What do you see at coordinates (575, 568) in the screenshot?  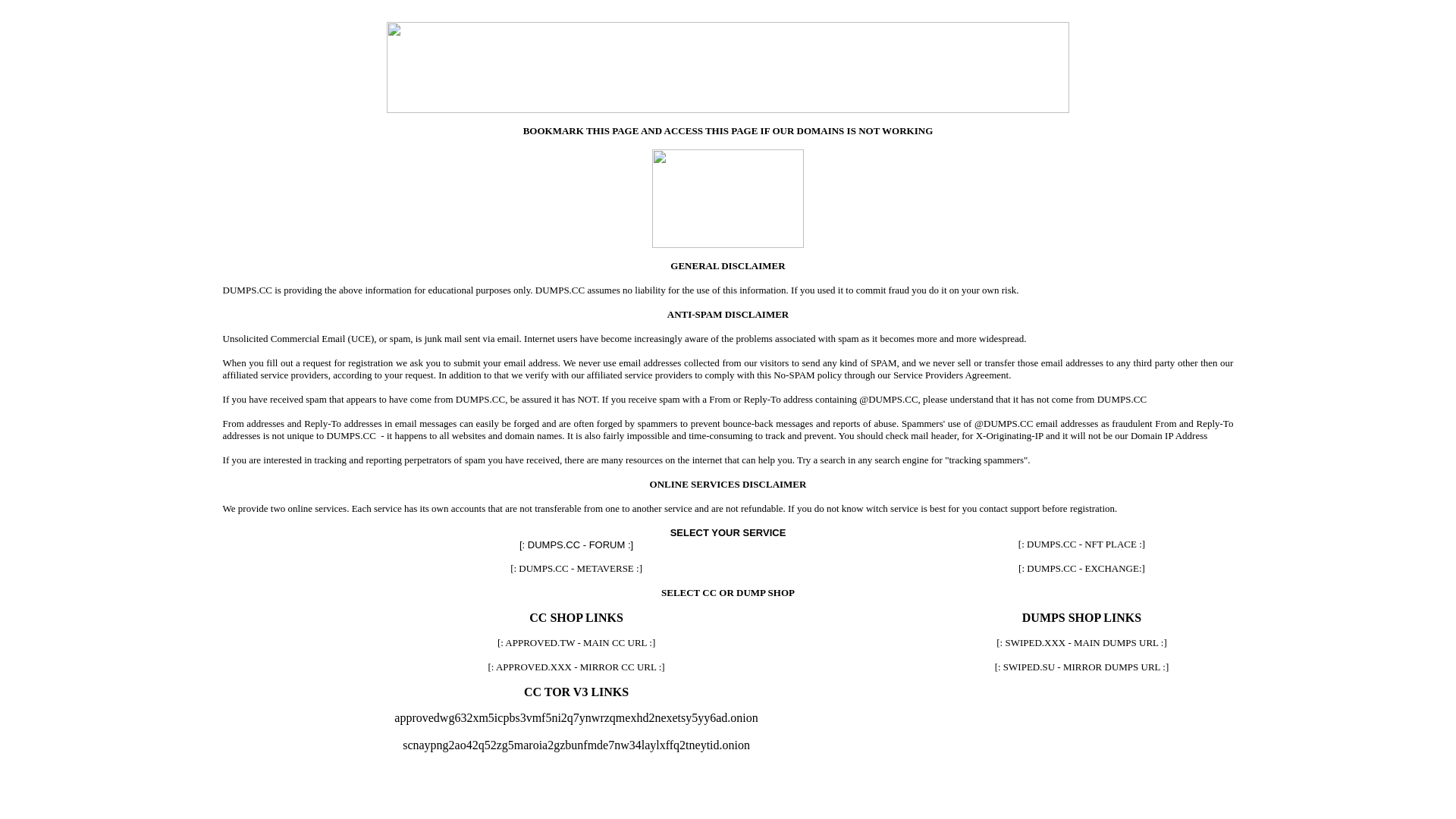 I see `'[: DUMPS.CC - METAVERSE :]'` at bounding box center [575, 568].